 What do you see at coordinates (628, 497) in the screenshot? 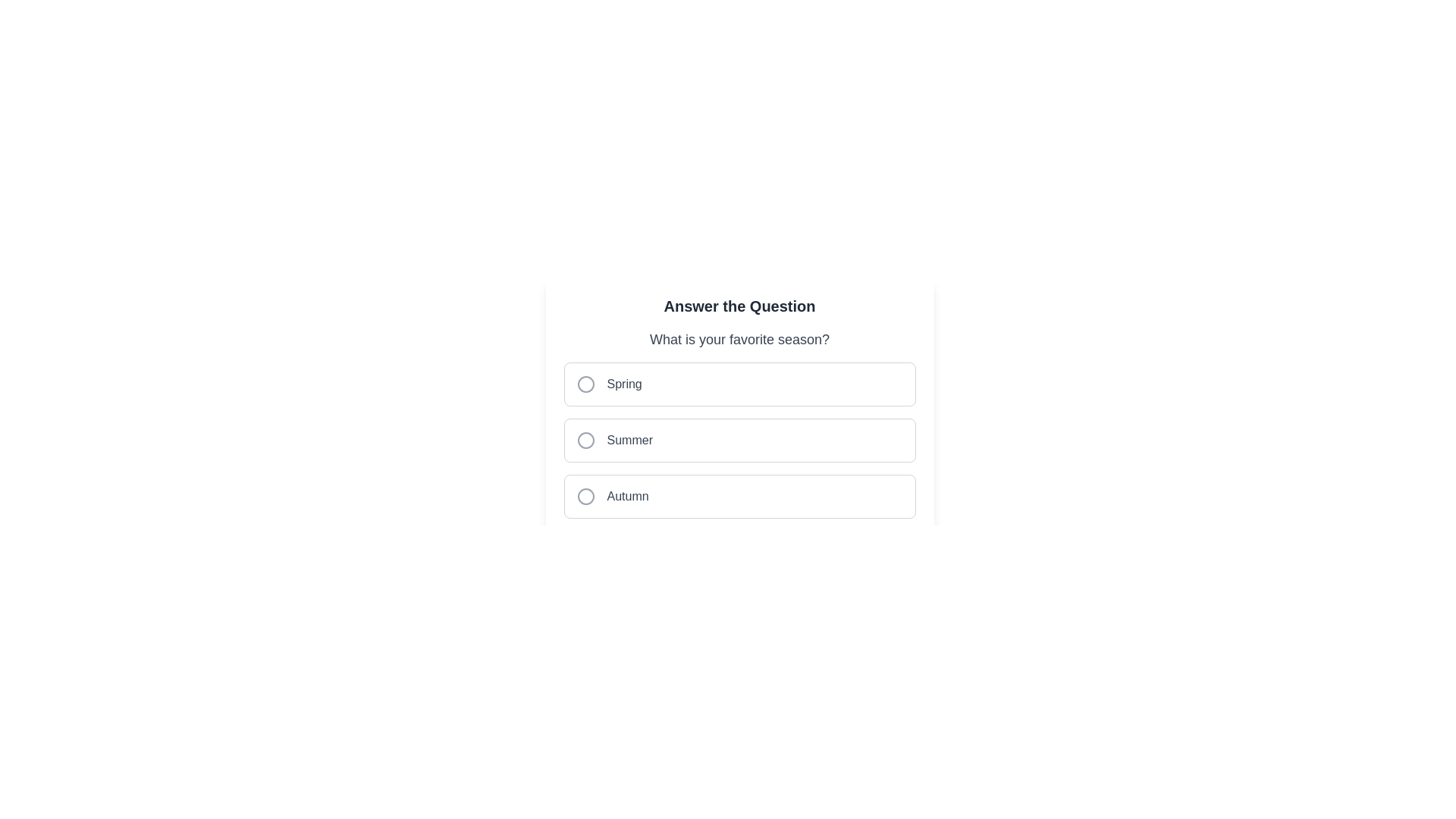
I see `label for the selectable option 'Autumn', which is the third item in a list of choice options in a form-like interaction` at bounding box center [628, 497].